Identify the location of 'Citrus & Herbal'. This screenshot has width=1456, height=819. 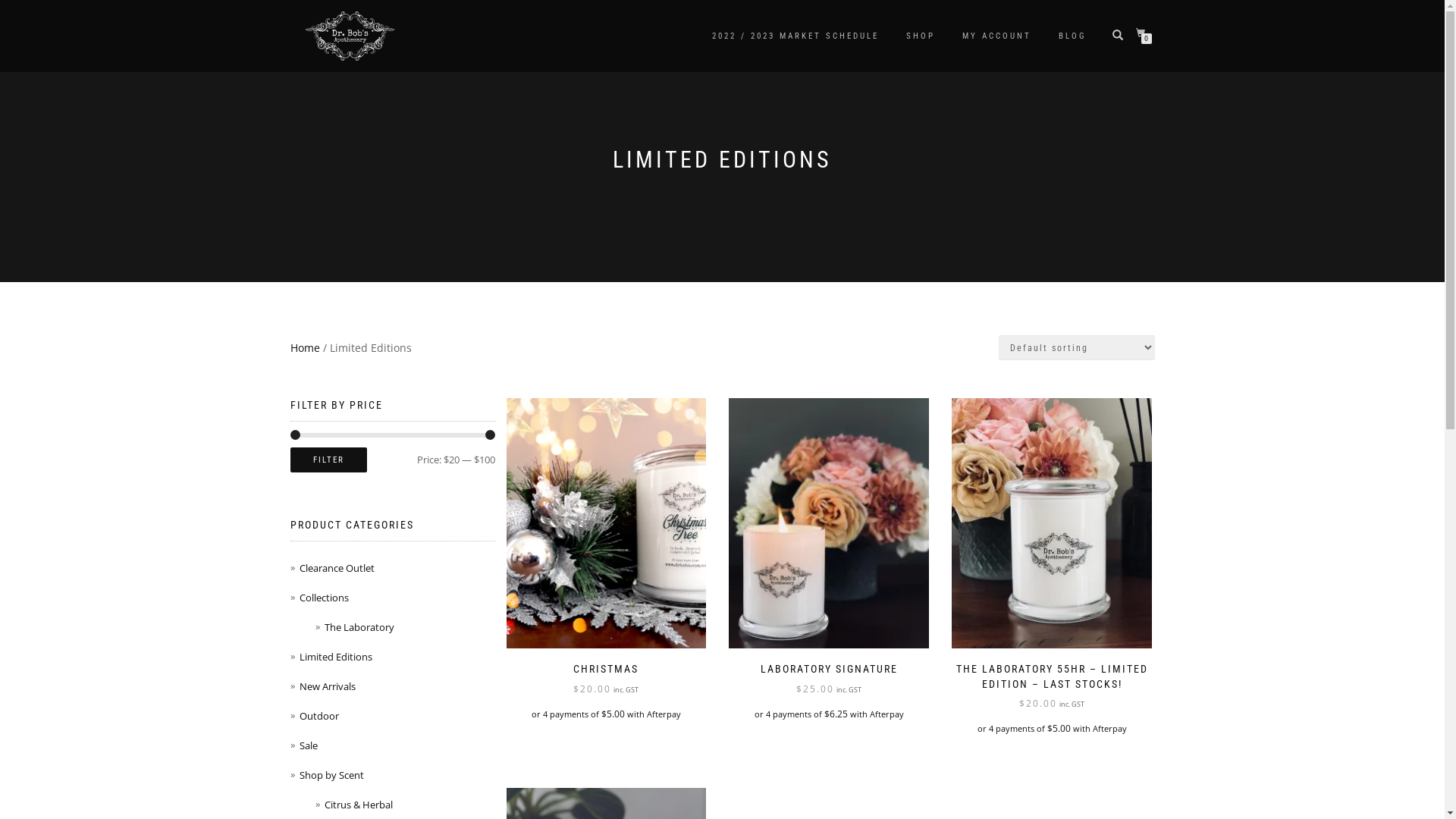
(323, 803).